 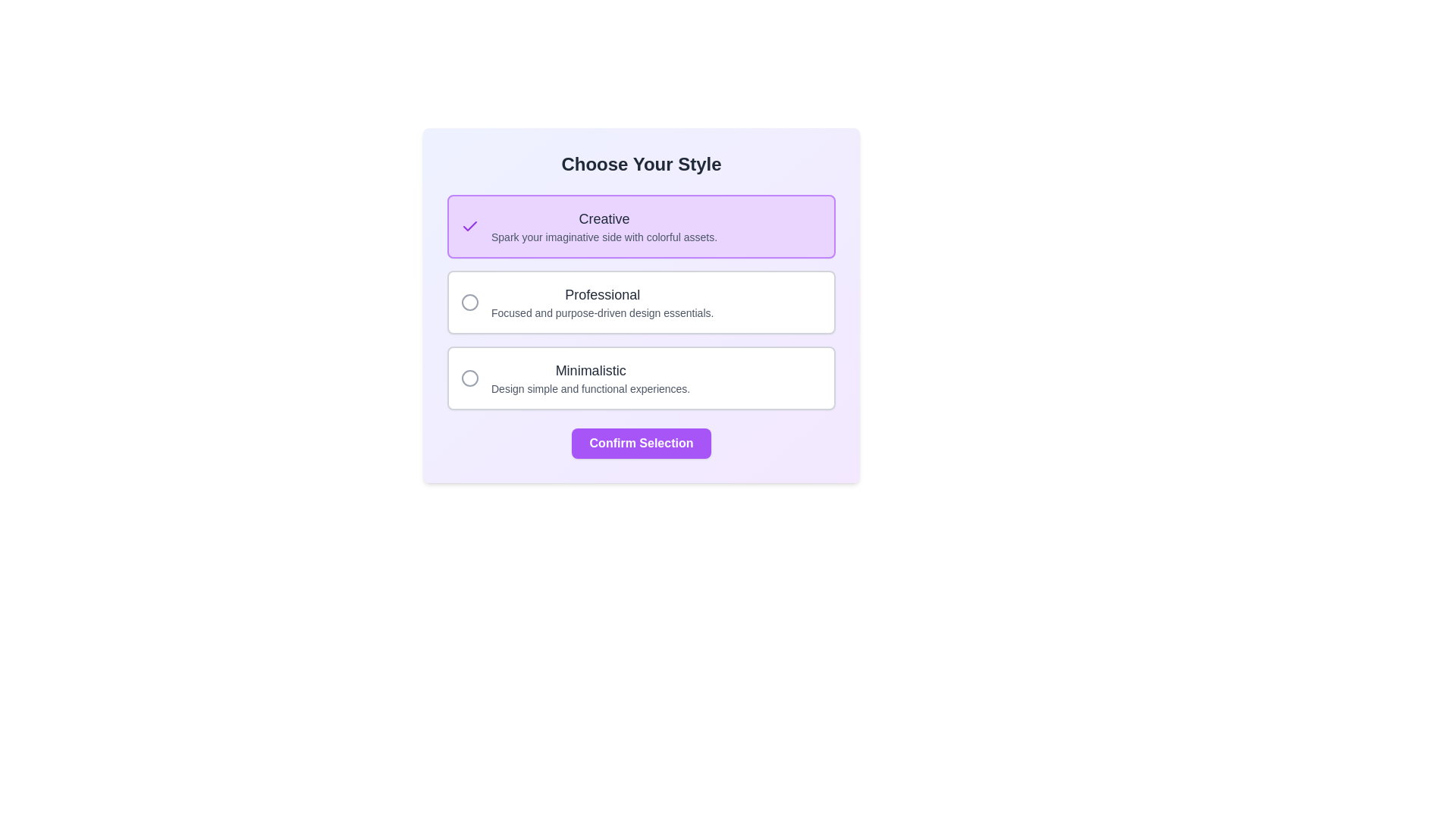 I want to click on the 'Creative' text label which is part of the first option in a vertical list of style choices, so click(x=603, y=219).